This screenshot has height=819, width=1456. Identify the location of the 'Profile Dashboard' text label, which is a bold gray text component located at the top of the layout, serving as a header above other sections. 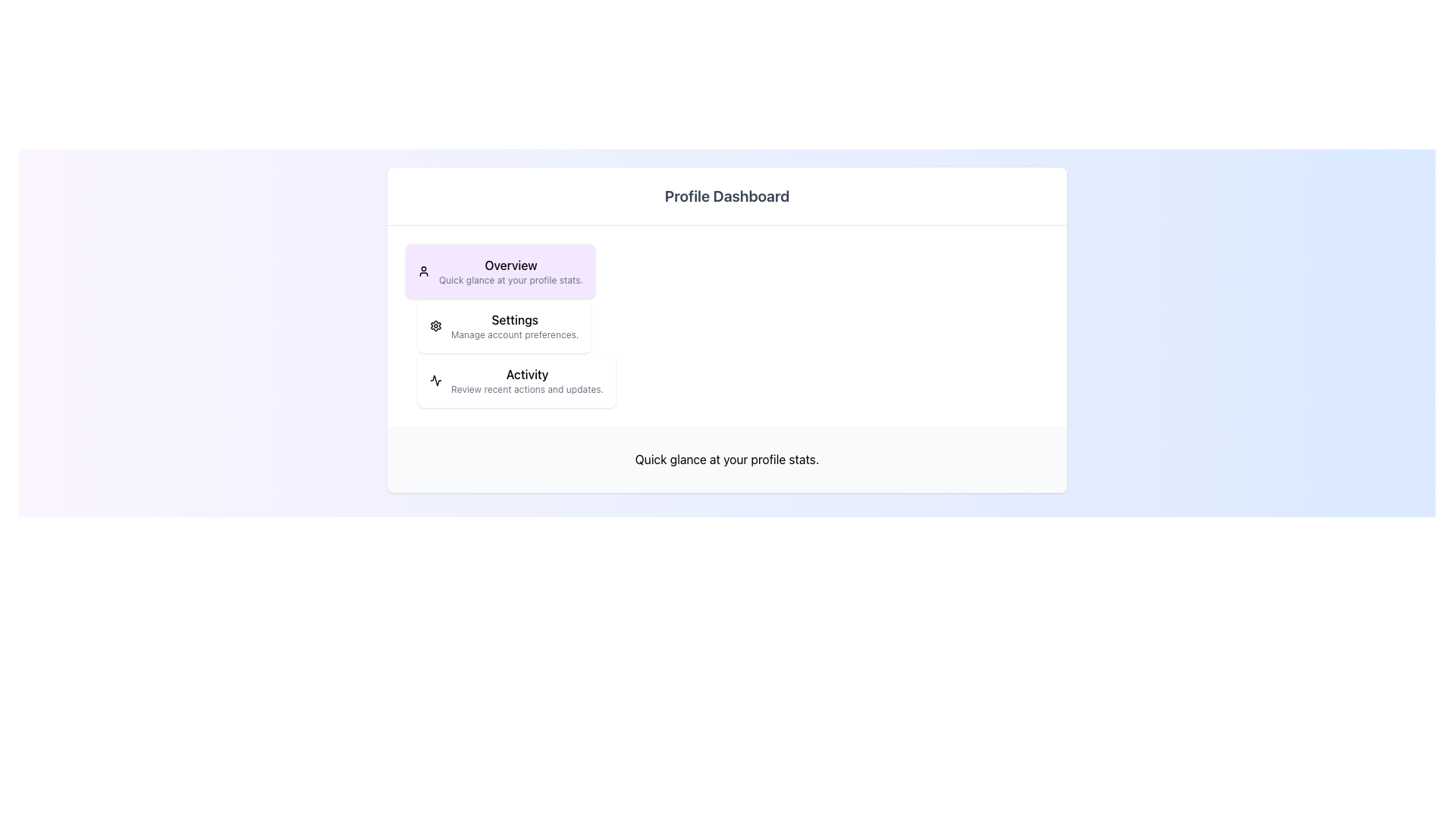
(726, 195).